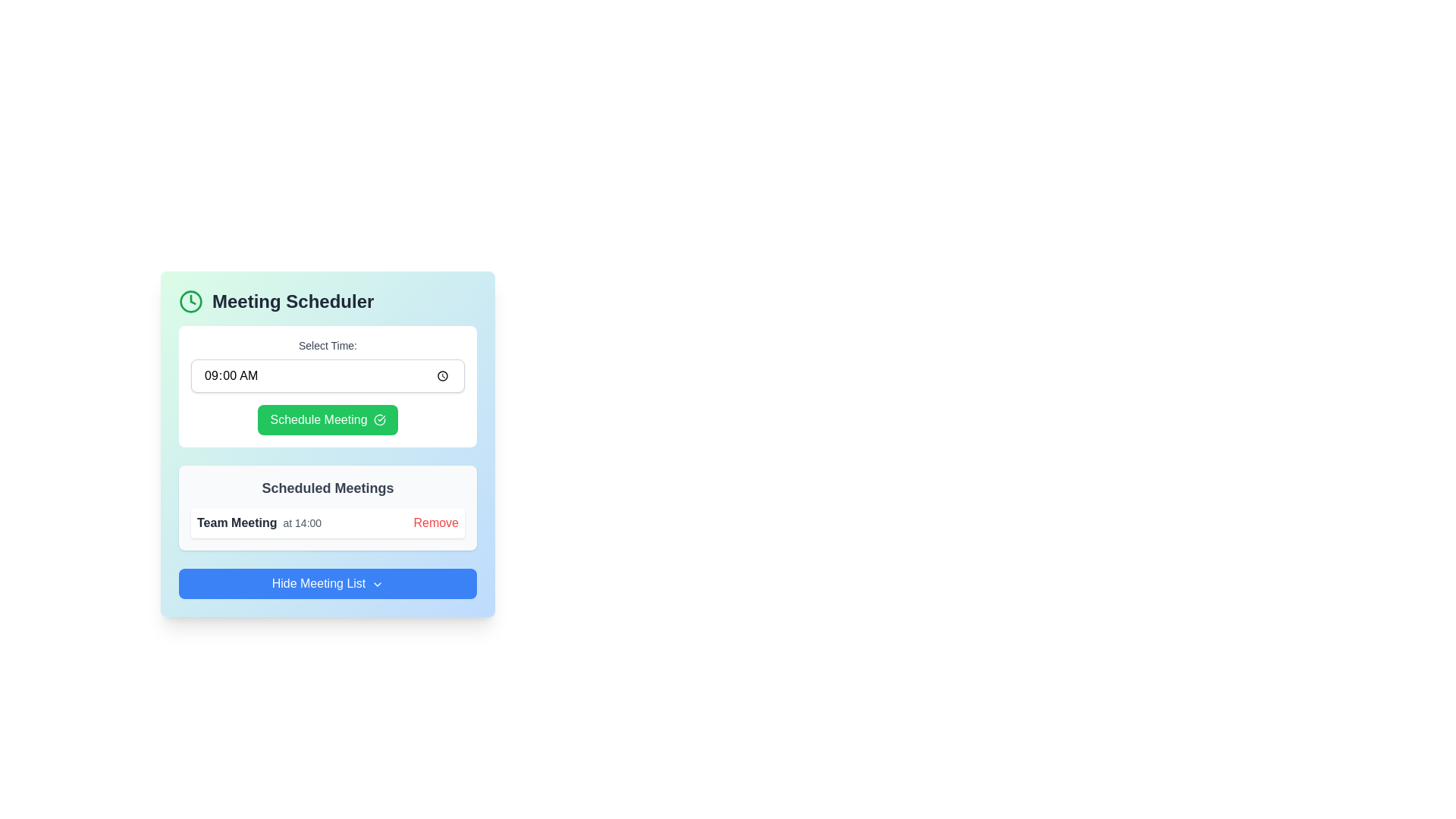  I want to click on the hollow circular element located at the center of the clock icon within the SVG image, positioned to the left of the 'Meeting Scheduler' heading, so click(190, 301).